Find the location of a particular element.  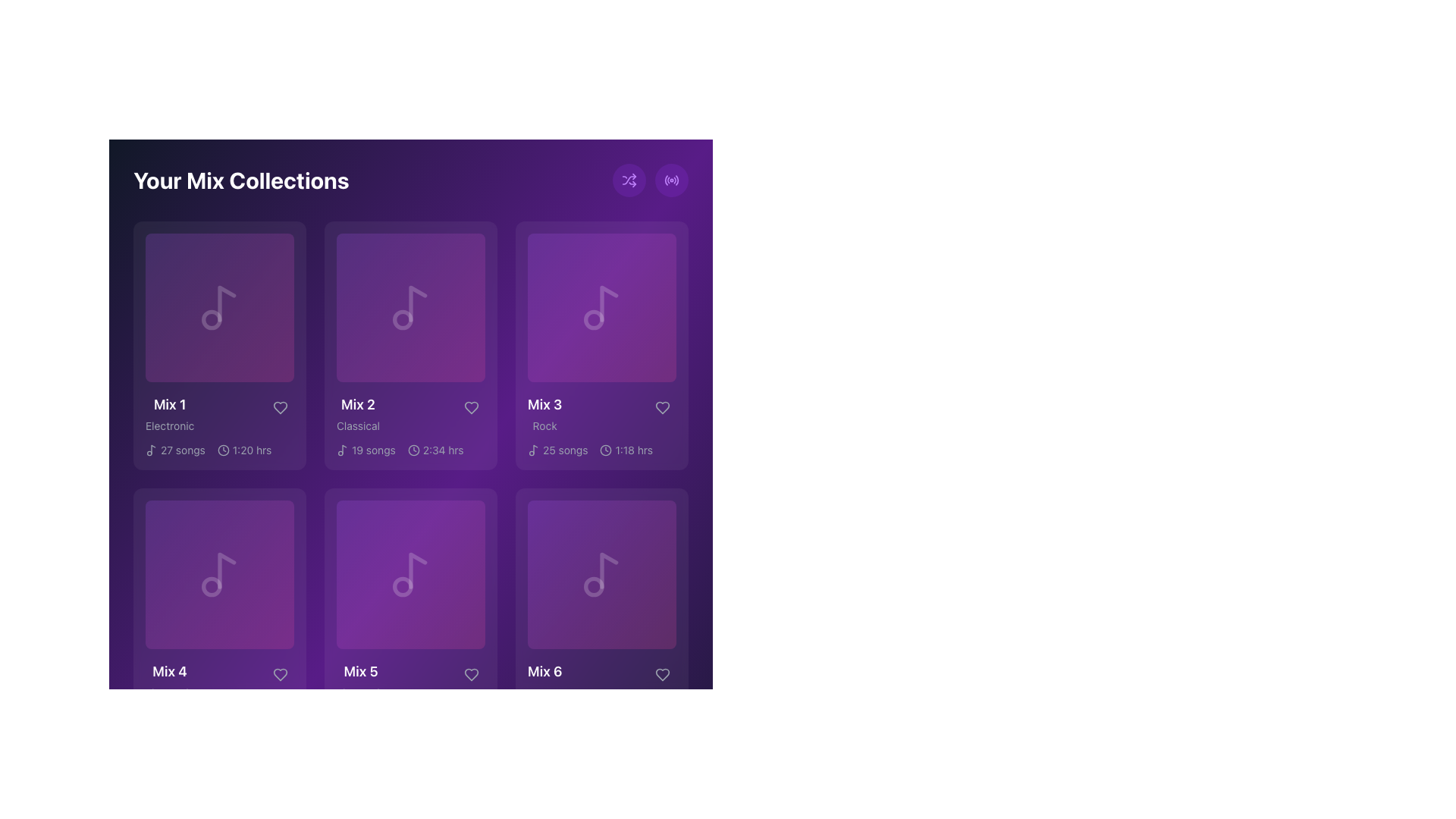

SVG circle graphic element which represents the circular part of the music card's icon, located in the lower-left area of the musical note icon within the 'Mix 2' card in the 'Your Mix Collections' section is located at coordinates (403, 318).